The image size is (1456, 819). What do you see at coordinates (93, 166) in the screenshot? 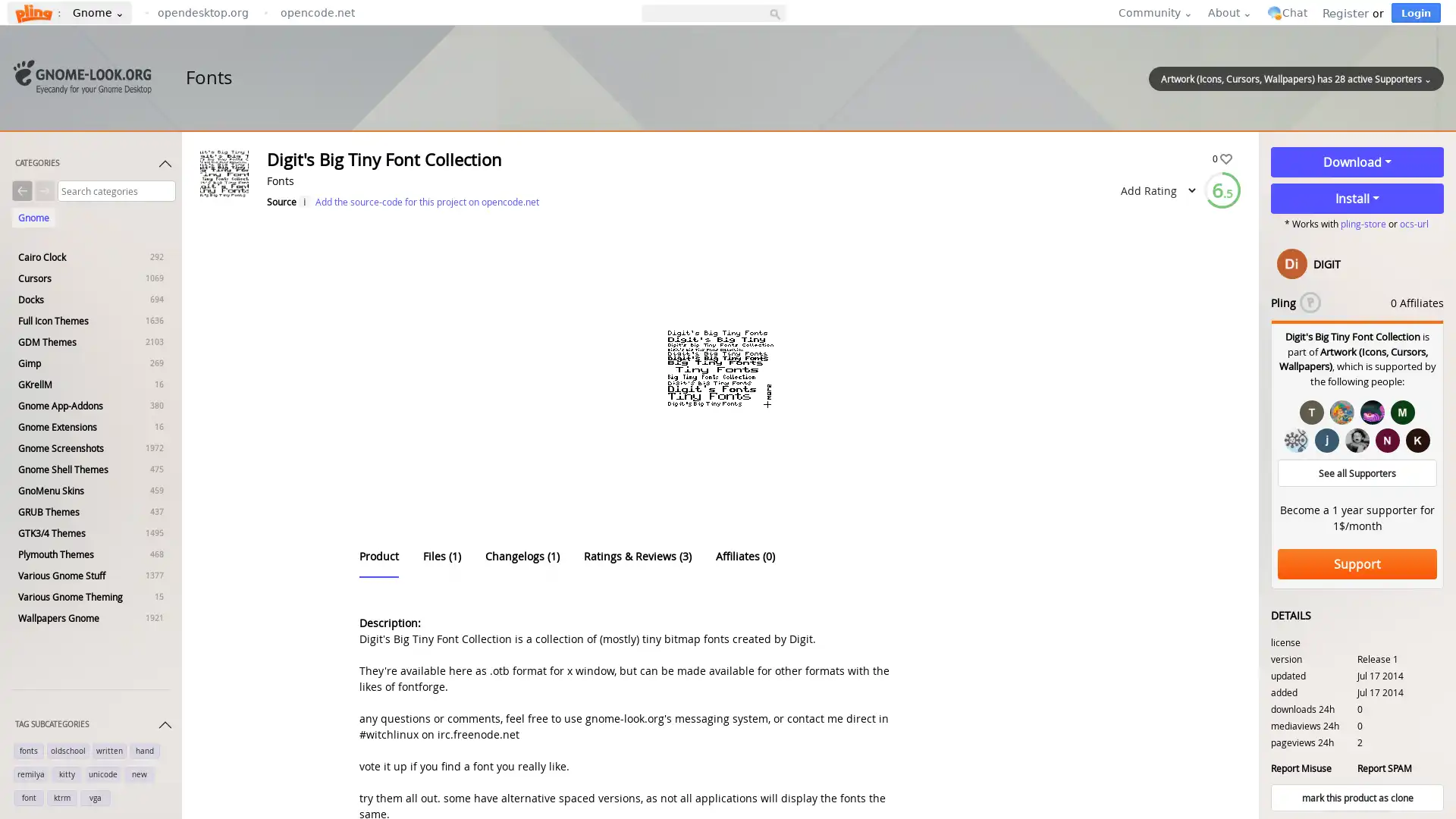
I see `CATEGORIES` at bounding box center [93, 166].